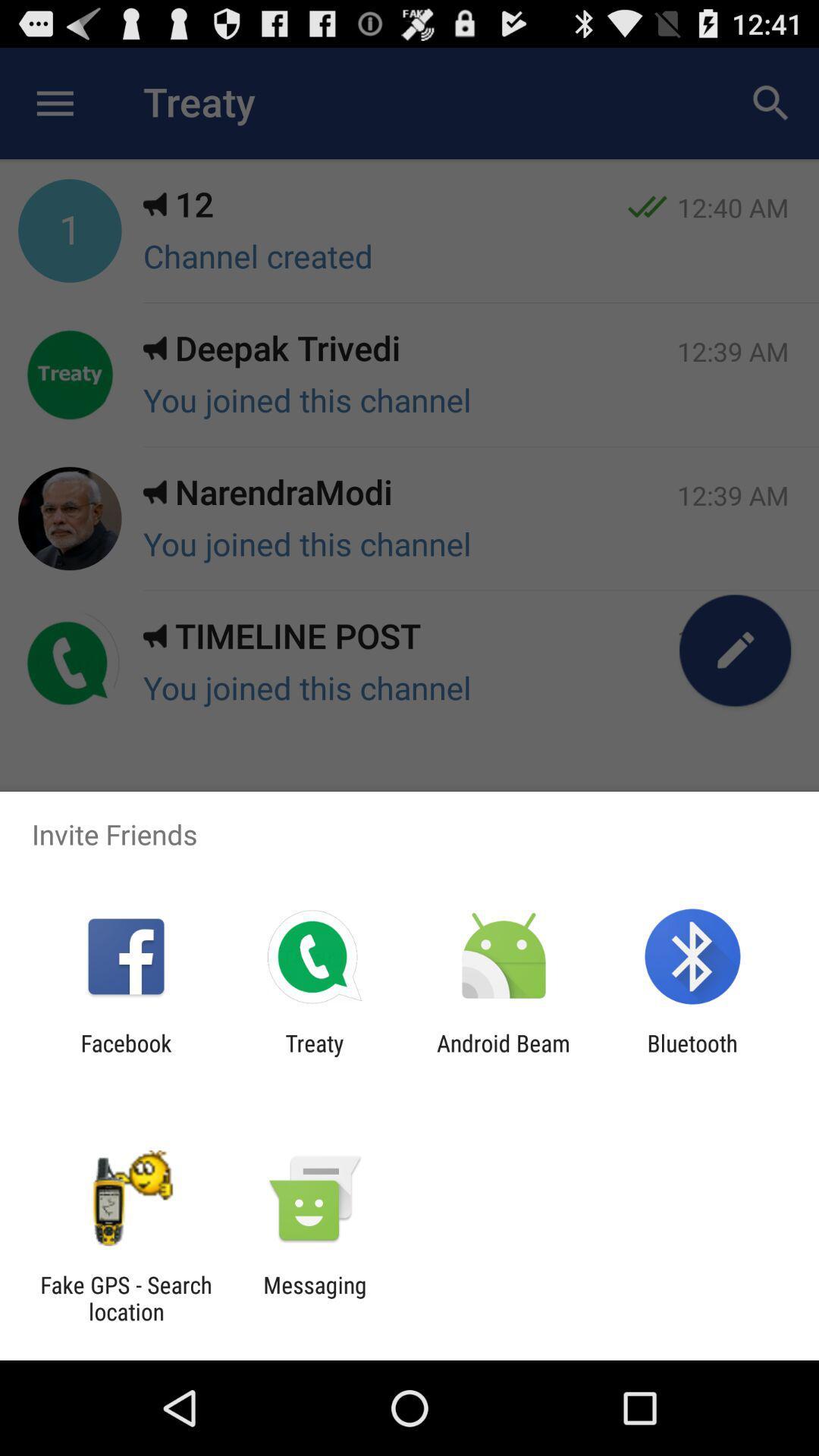 Image resolution: width=819 pixels, height=1456 pixels. Describe the element at coordinates (125, 1056) in the screenshot. I see `item to the left of the treaty icon` at that location.